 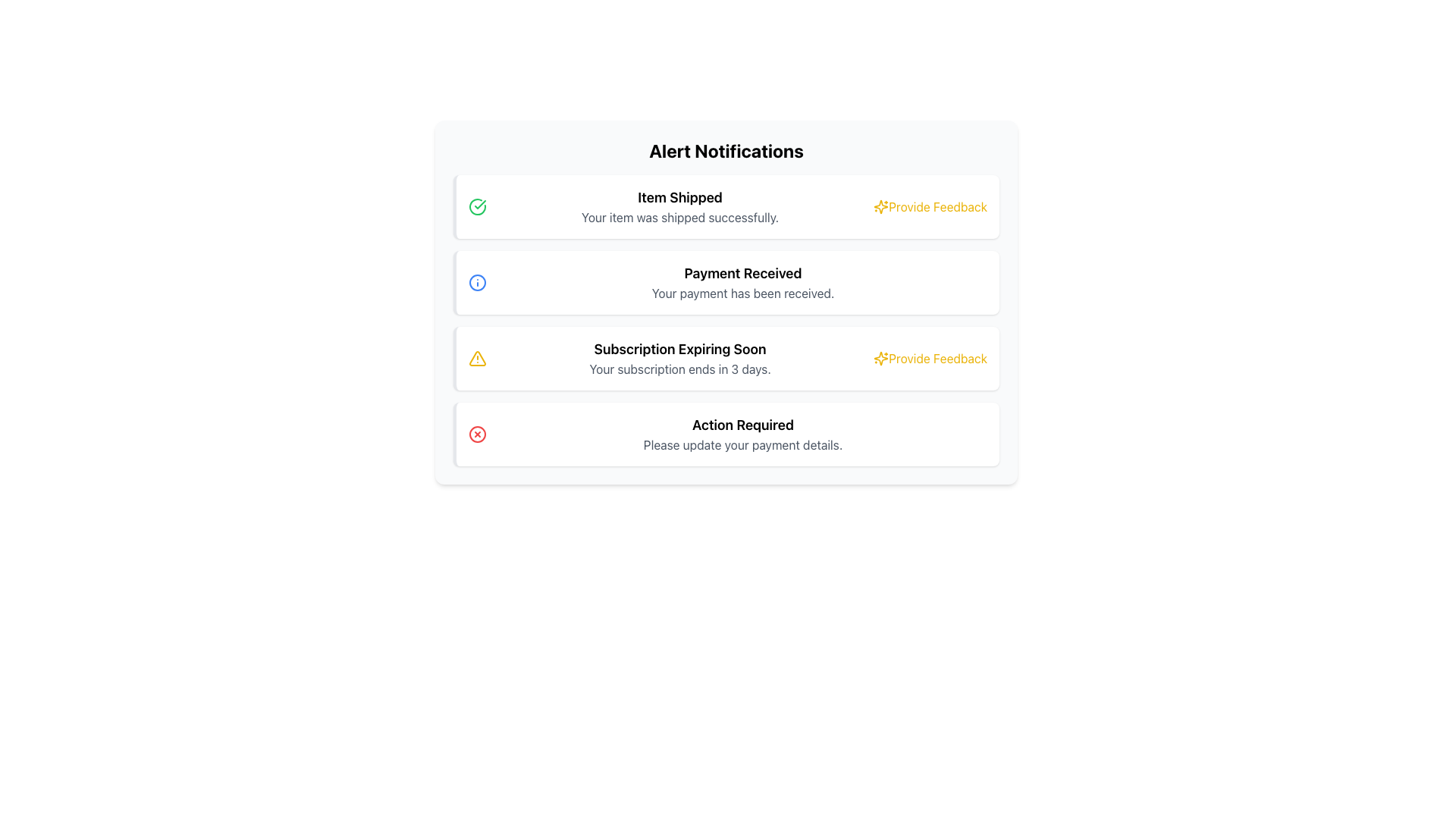 What do you see at coordinates (930, 359) in the screenshot?
I see `the 'Provide Feedback' button, which is bold, yellow, and has sparkles icon, located in the right part of the 'Subscription Expiring Soon' card` at bounding box center [930, 359].